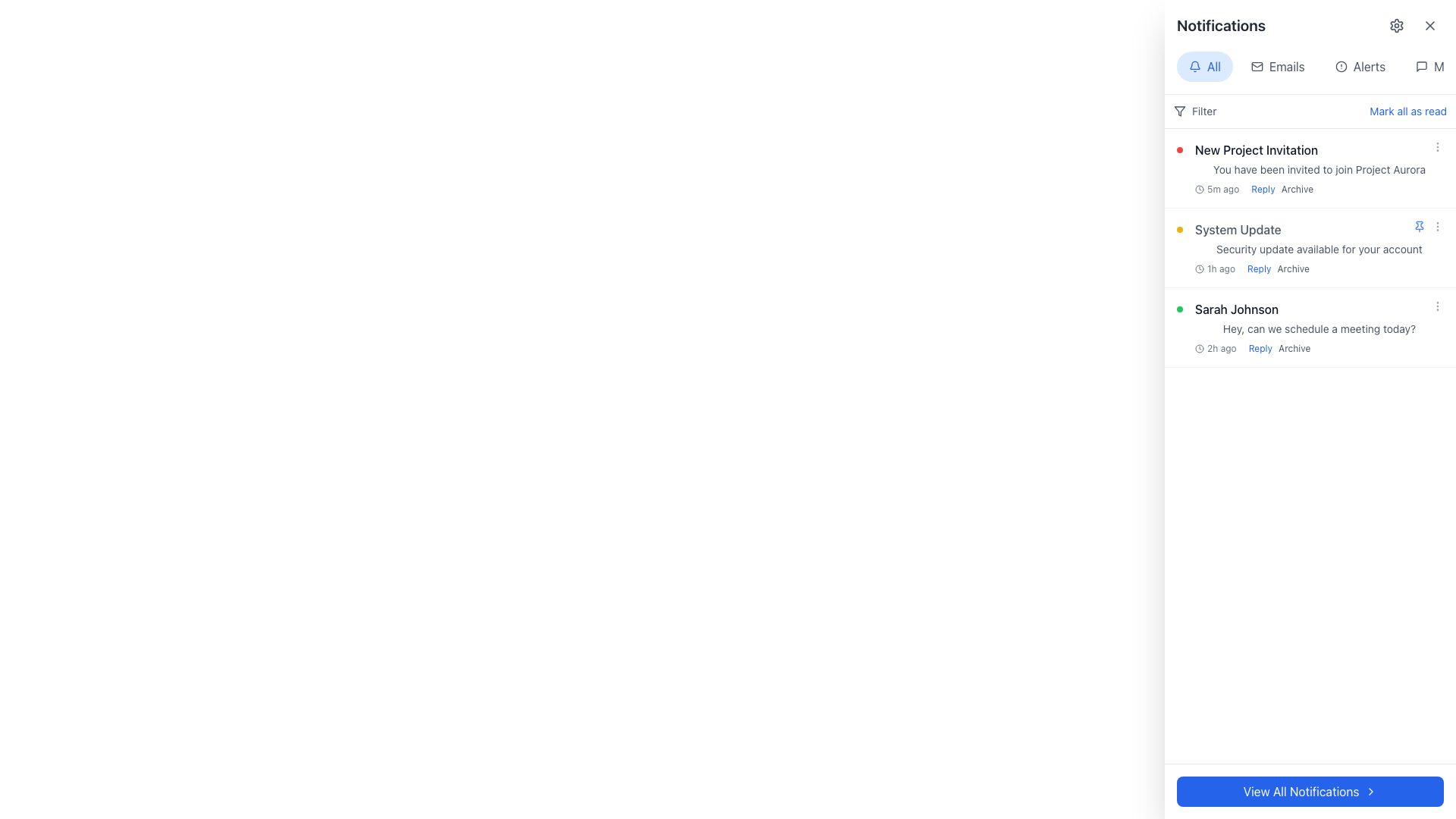  I want to click on the message-related icon located in the toolbar of the 'Notifications' panel, which is the fourth icon from the left, so click(1421, 66).